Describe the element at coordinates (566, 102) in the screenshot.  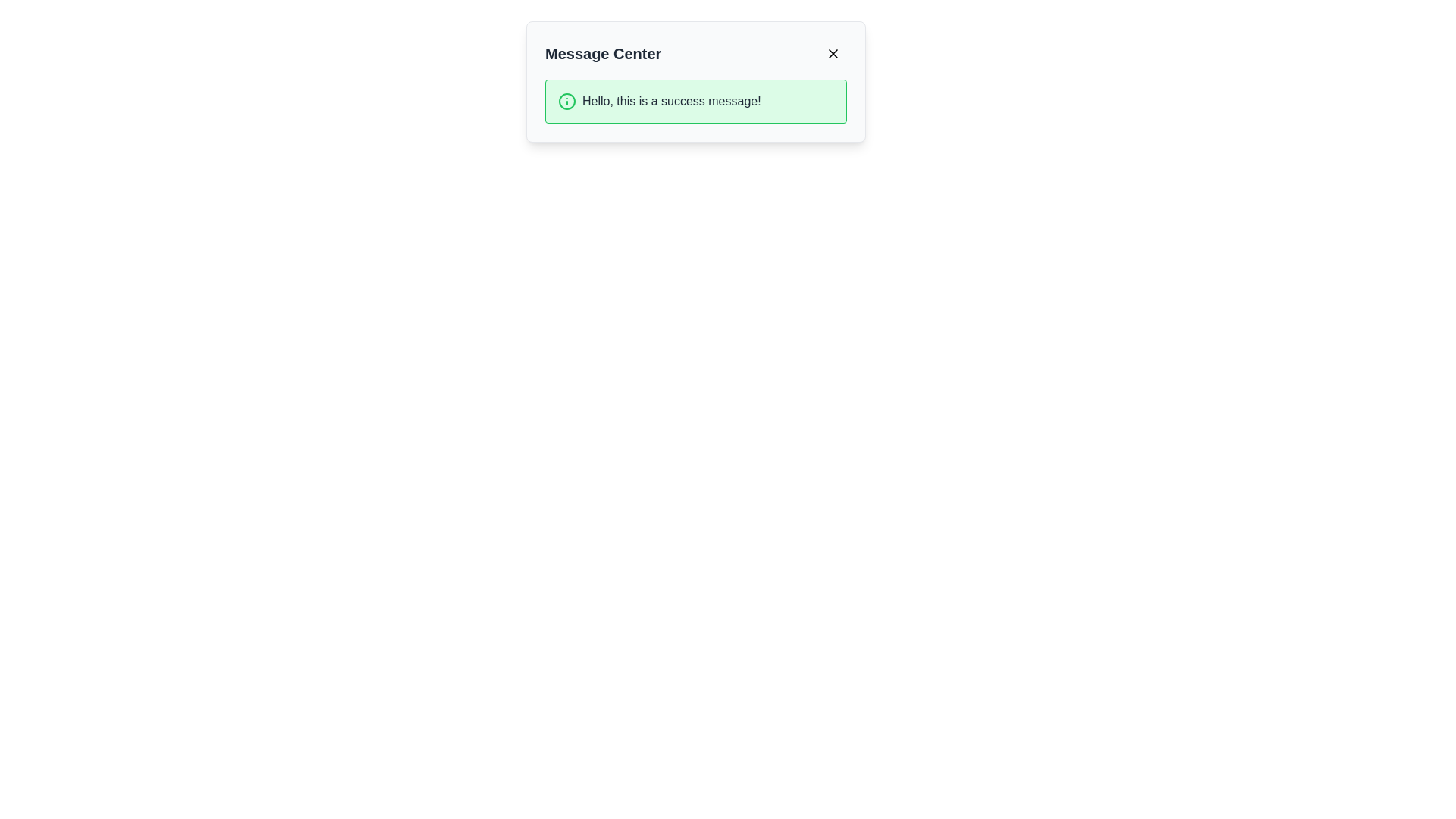
I see `the leftmost circle in the green-highlighted notification message box that signifies a successful message` at that location.